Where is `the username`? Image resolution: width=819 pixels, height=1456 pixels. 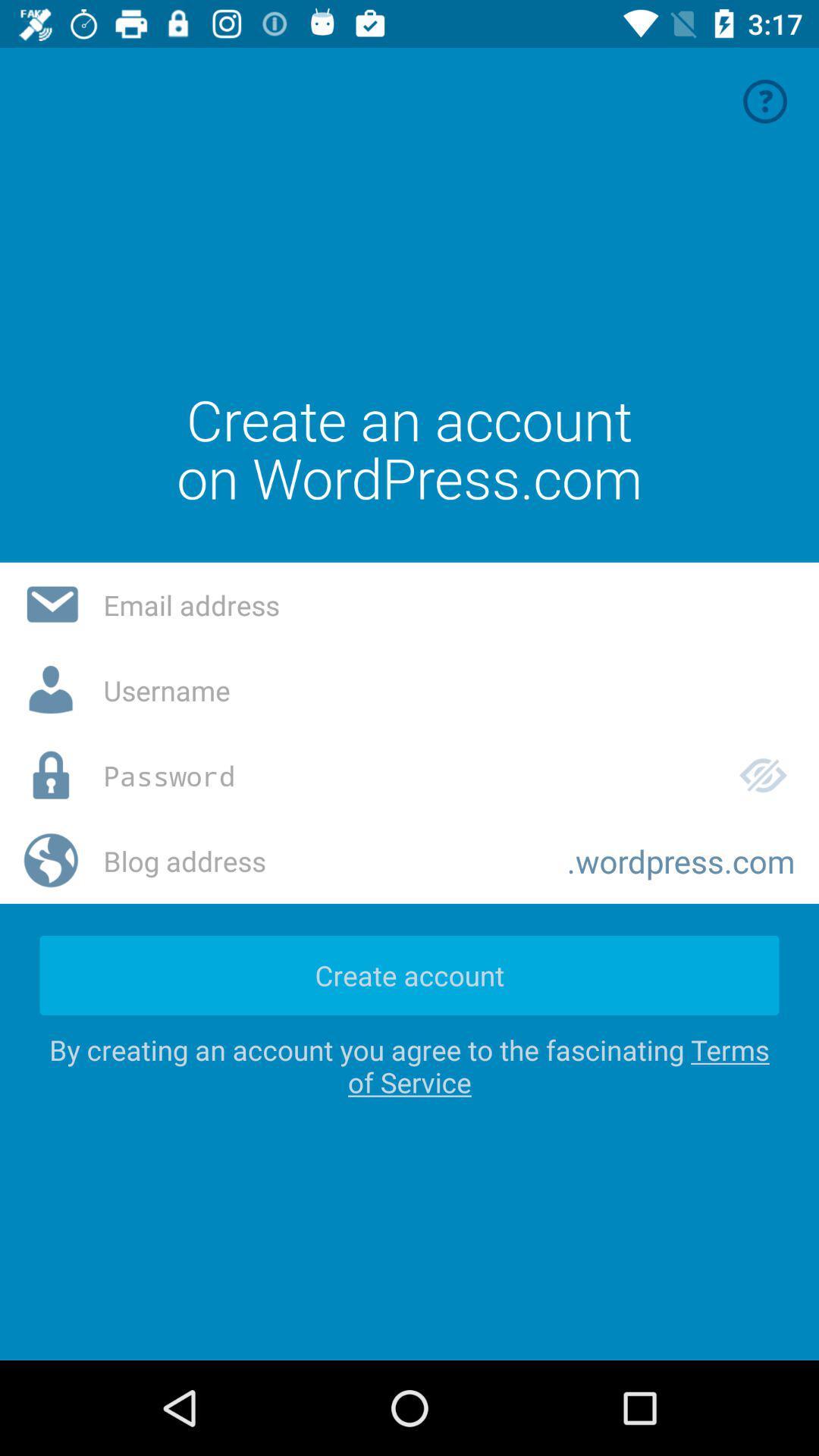 the username is located at coordinates (448, 689).